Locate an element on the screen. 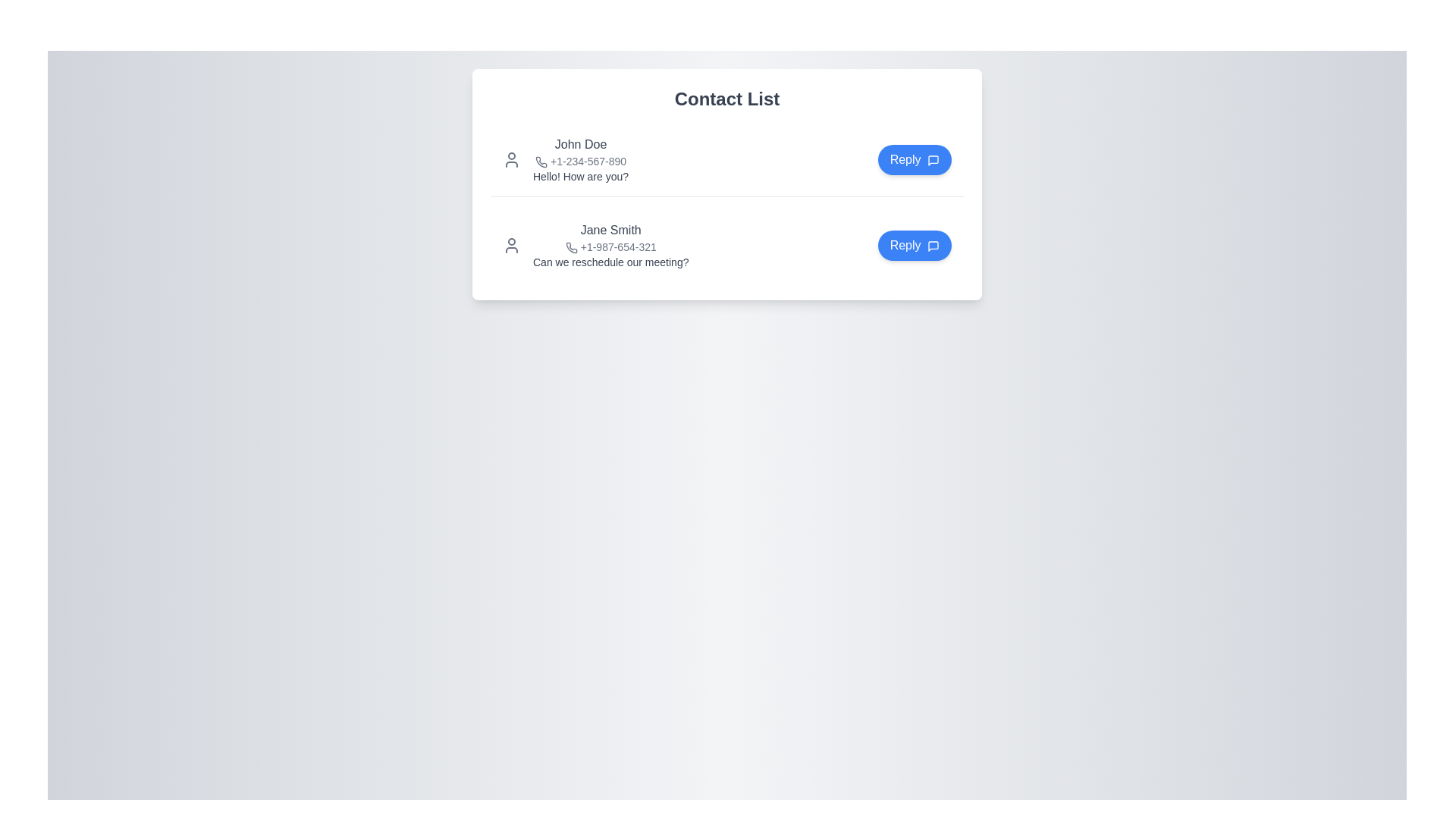  the phone number display for the contact 'John Doe', which is located on the second line of the contact card in the 'Contact List', positioned below the name and above the message is located at coordinates (580, 161).